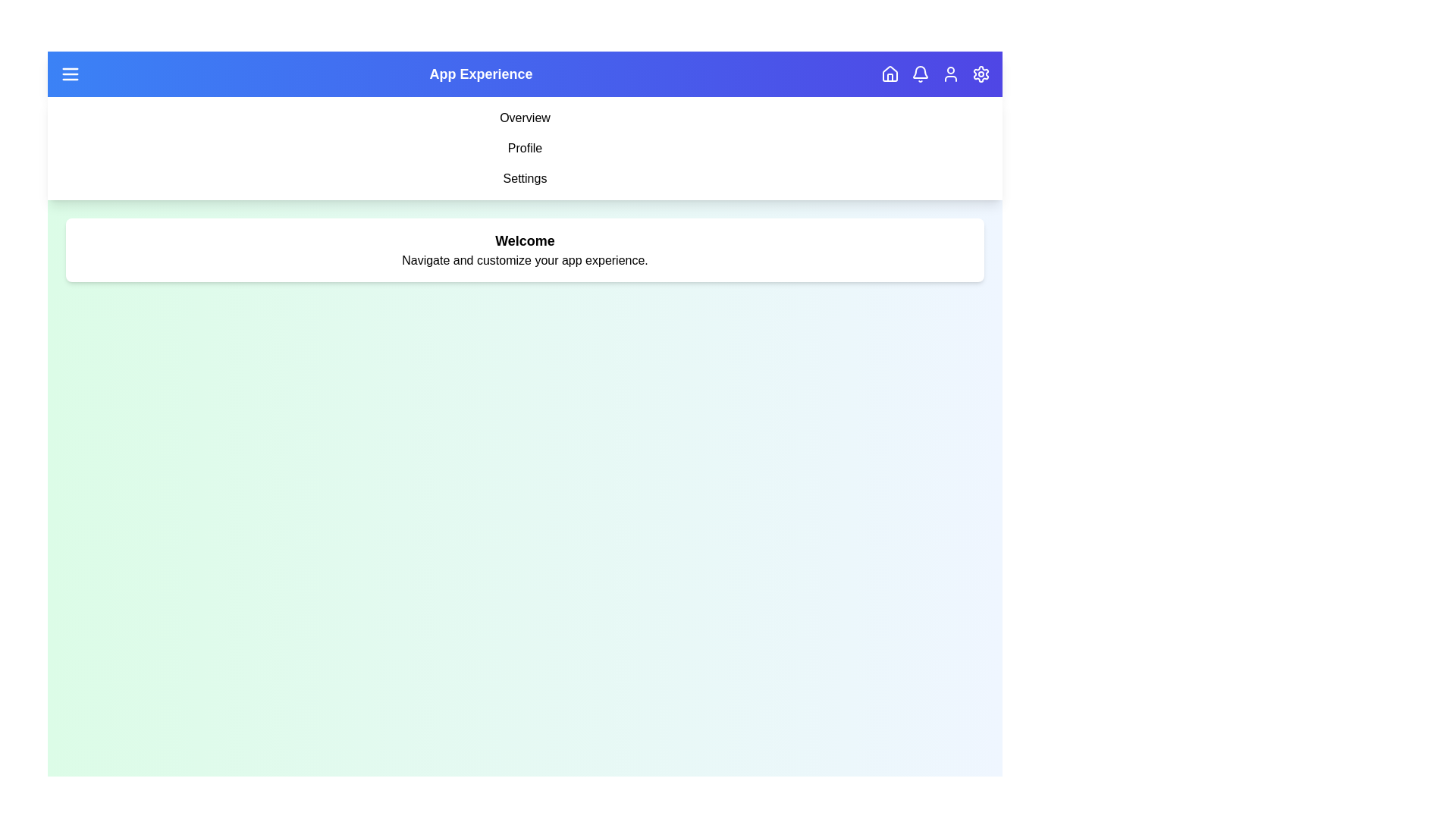 The image size is (1456, 819). Describe the element at coordinates (525, 149) in the screenshot. I see `the navigation item labeled Profile to navigate to the respective section` at that location.